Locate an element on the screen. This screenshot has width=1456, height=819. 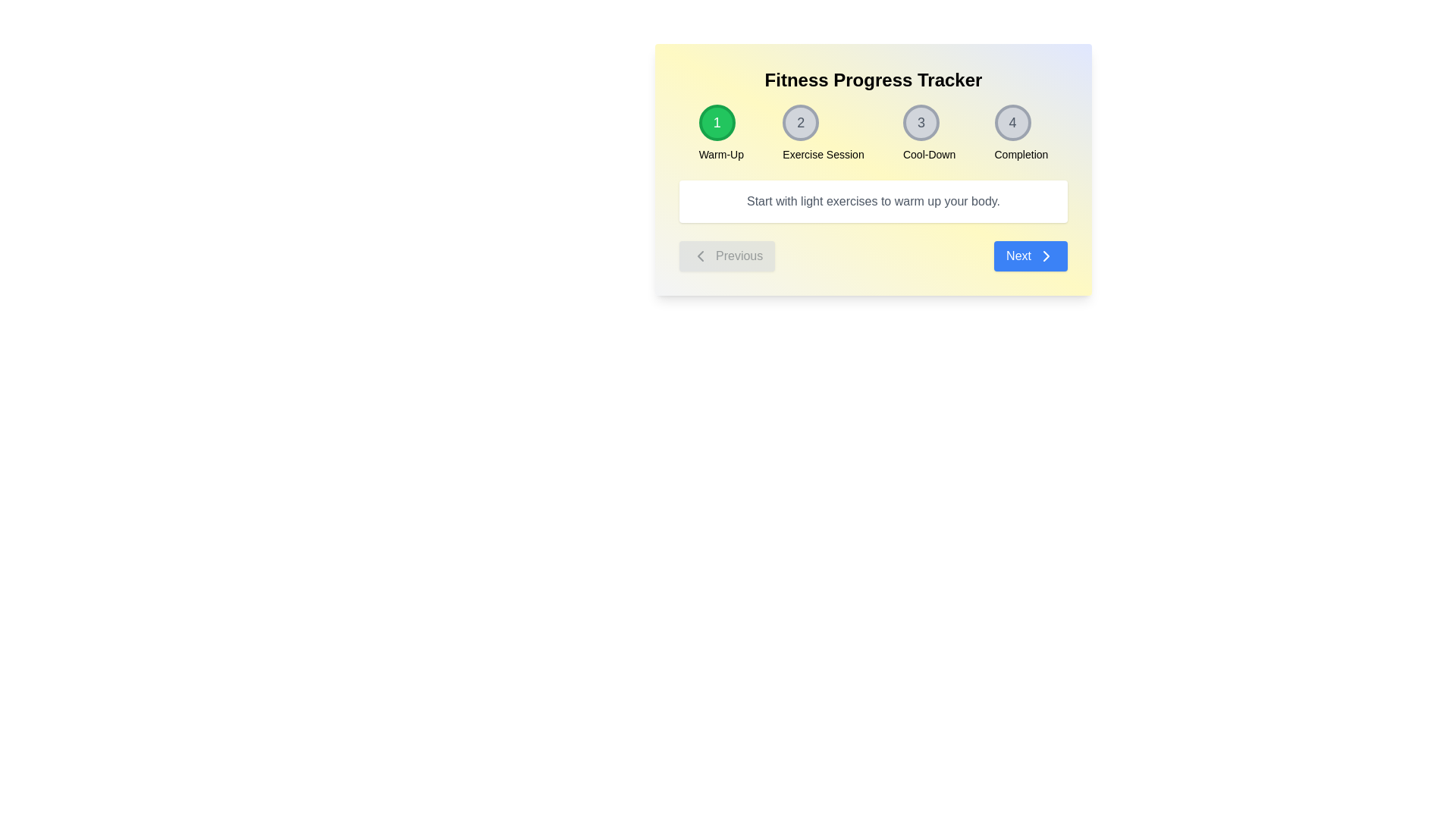
the circular badge with a green background and the number '1', which is the first step indicator in a horizontal layout, displaying 'Warm-Up' below it is located at coordinates (720, 133).